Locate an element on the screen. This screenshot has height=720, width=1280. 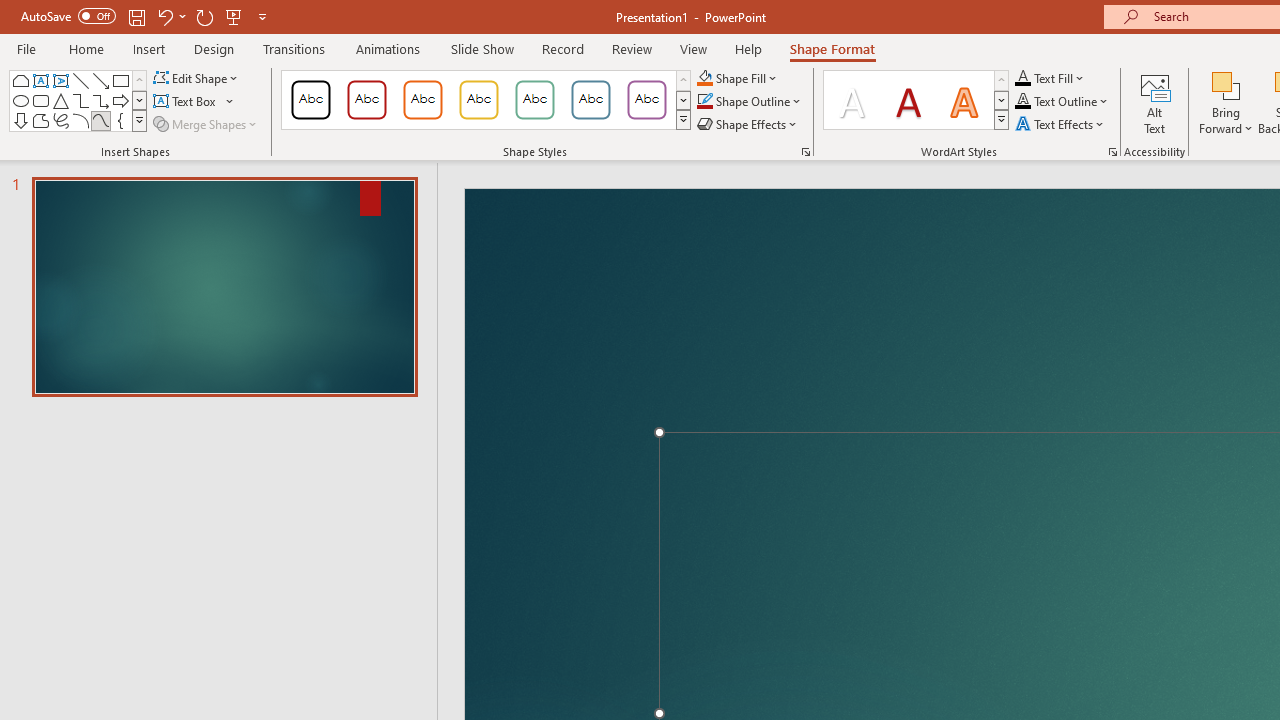
'Shape Format' is located at coordinates (832, 48).